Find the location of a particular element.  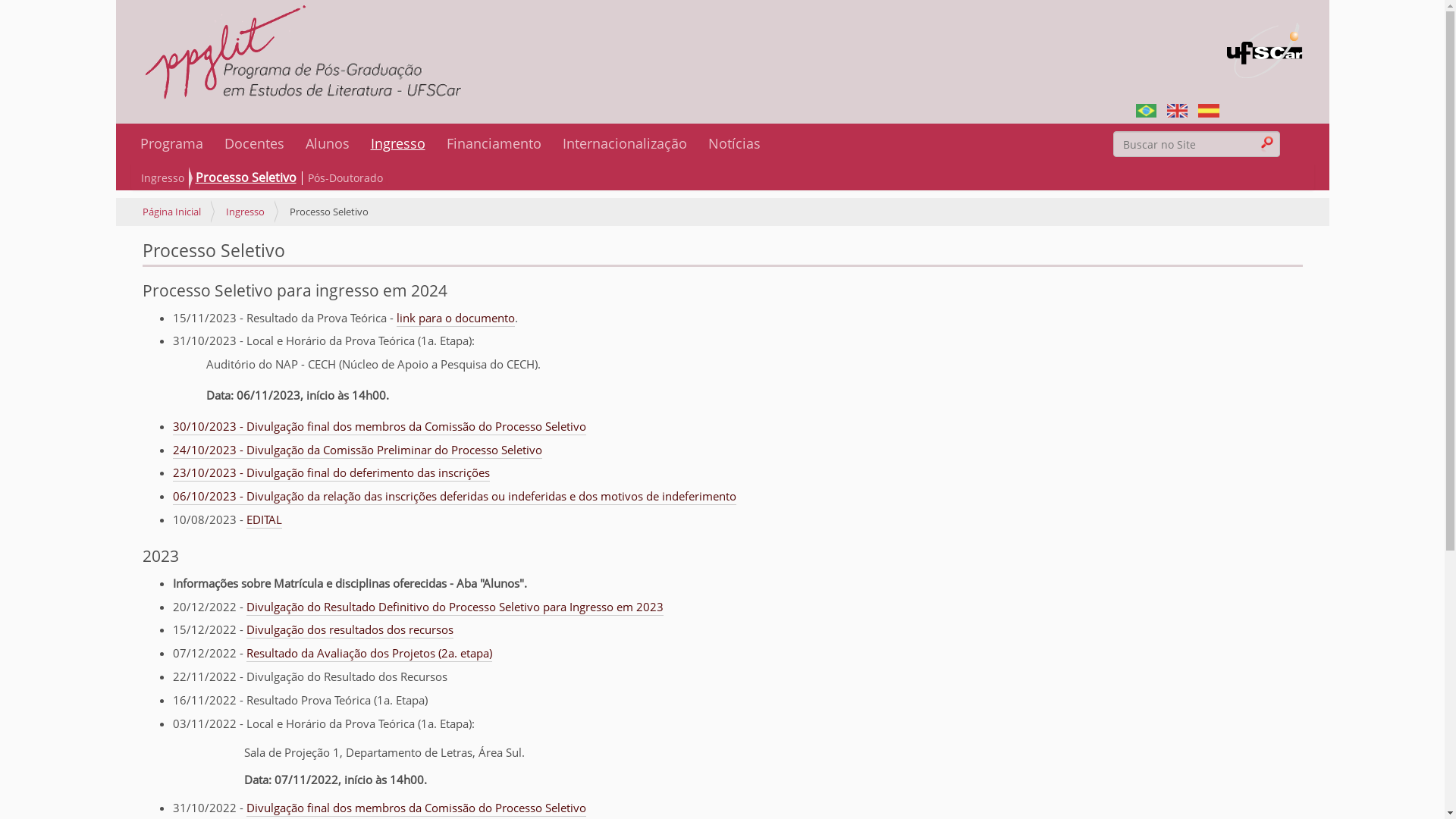

'Programa' is located at coordinates (171, 143).